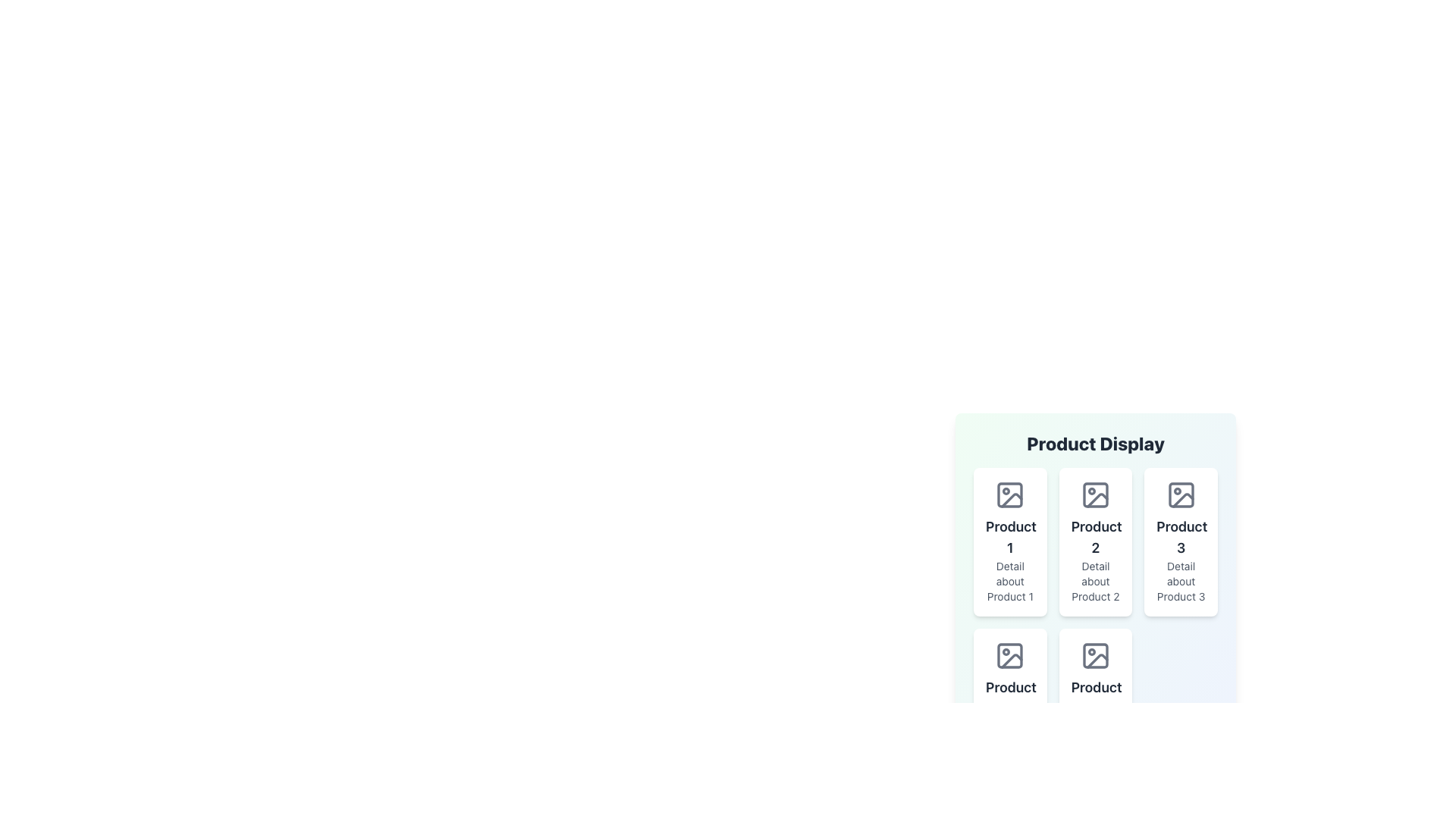 The height and width of the screenshot is (819, 1456). Describe the element at coordinates (1097, 660) in the screenshot. I see `the decorative or informative icon within the second product card in the bottom row of the product grid` at that location.